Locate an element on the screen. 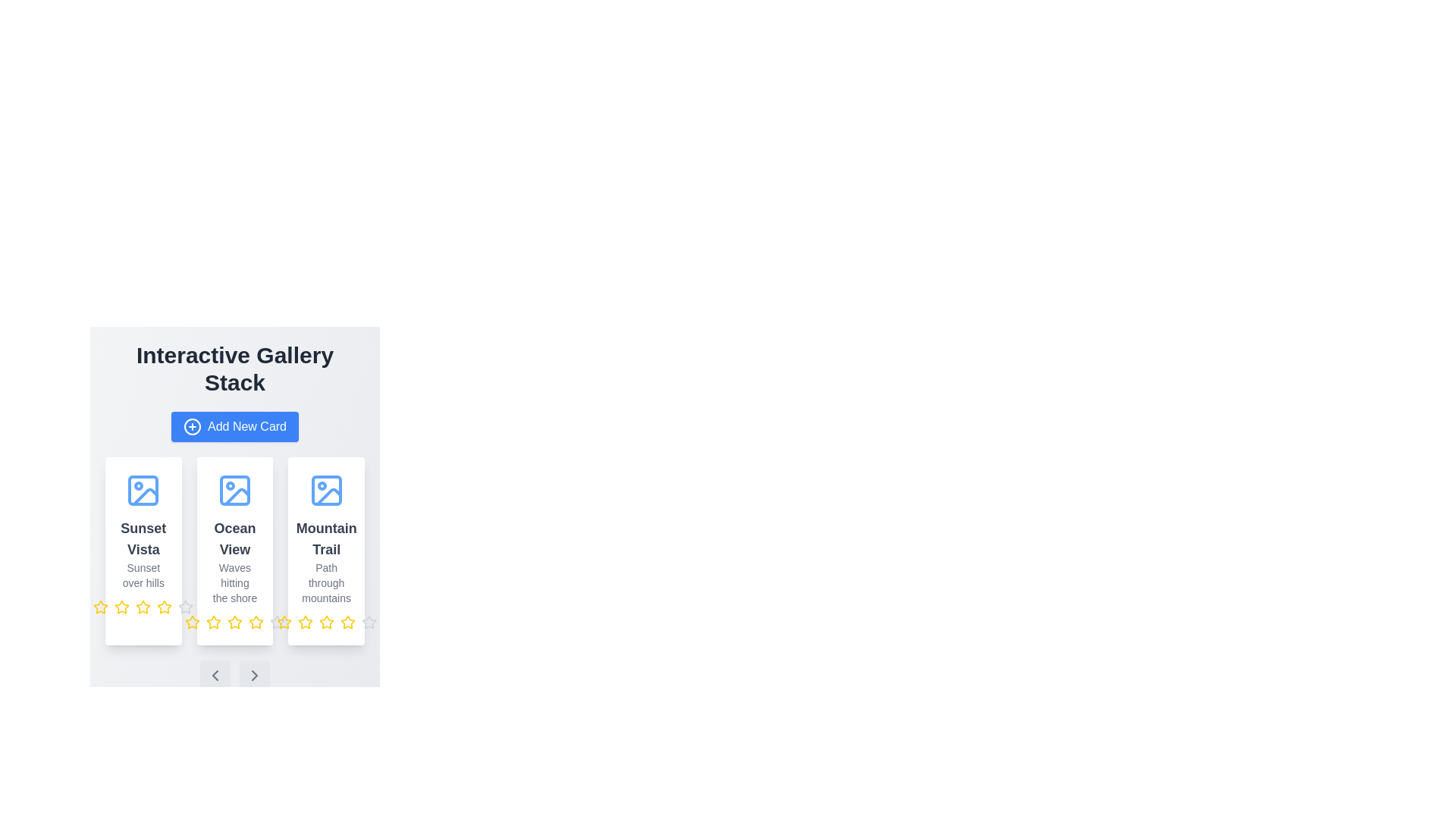  the first star in the rating system located under the 'Sunset Vista' card is located at coordinates (100, 607).